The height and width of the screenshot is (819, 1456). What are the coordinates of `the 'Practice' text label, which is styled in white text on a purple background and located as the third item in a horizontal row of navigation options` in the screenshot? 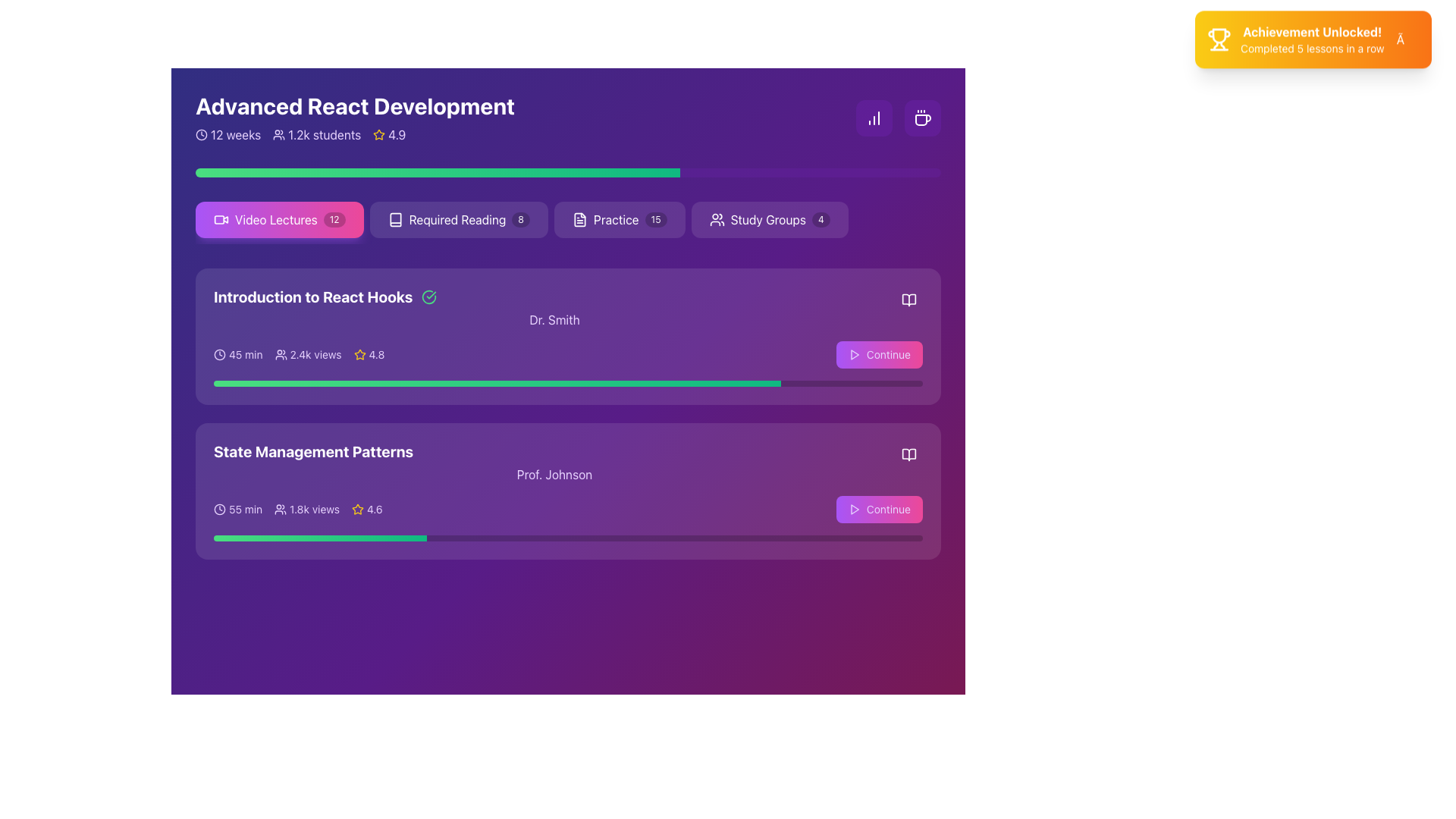 It's located at (616, 219).